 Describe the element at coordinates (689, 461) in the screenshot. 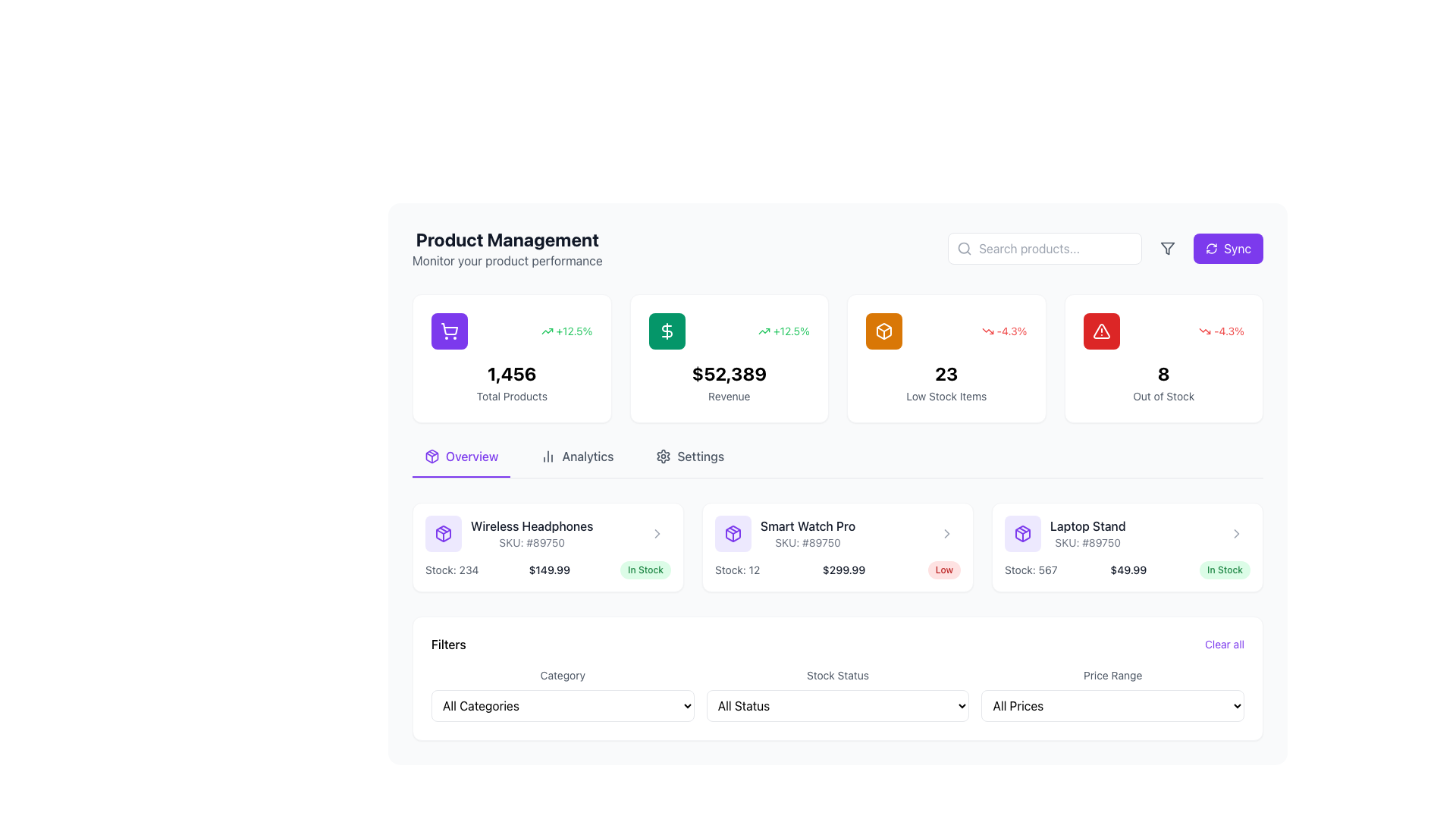

I see `the 'Settings' navigation option which features a gear icon and gray text` at that location.